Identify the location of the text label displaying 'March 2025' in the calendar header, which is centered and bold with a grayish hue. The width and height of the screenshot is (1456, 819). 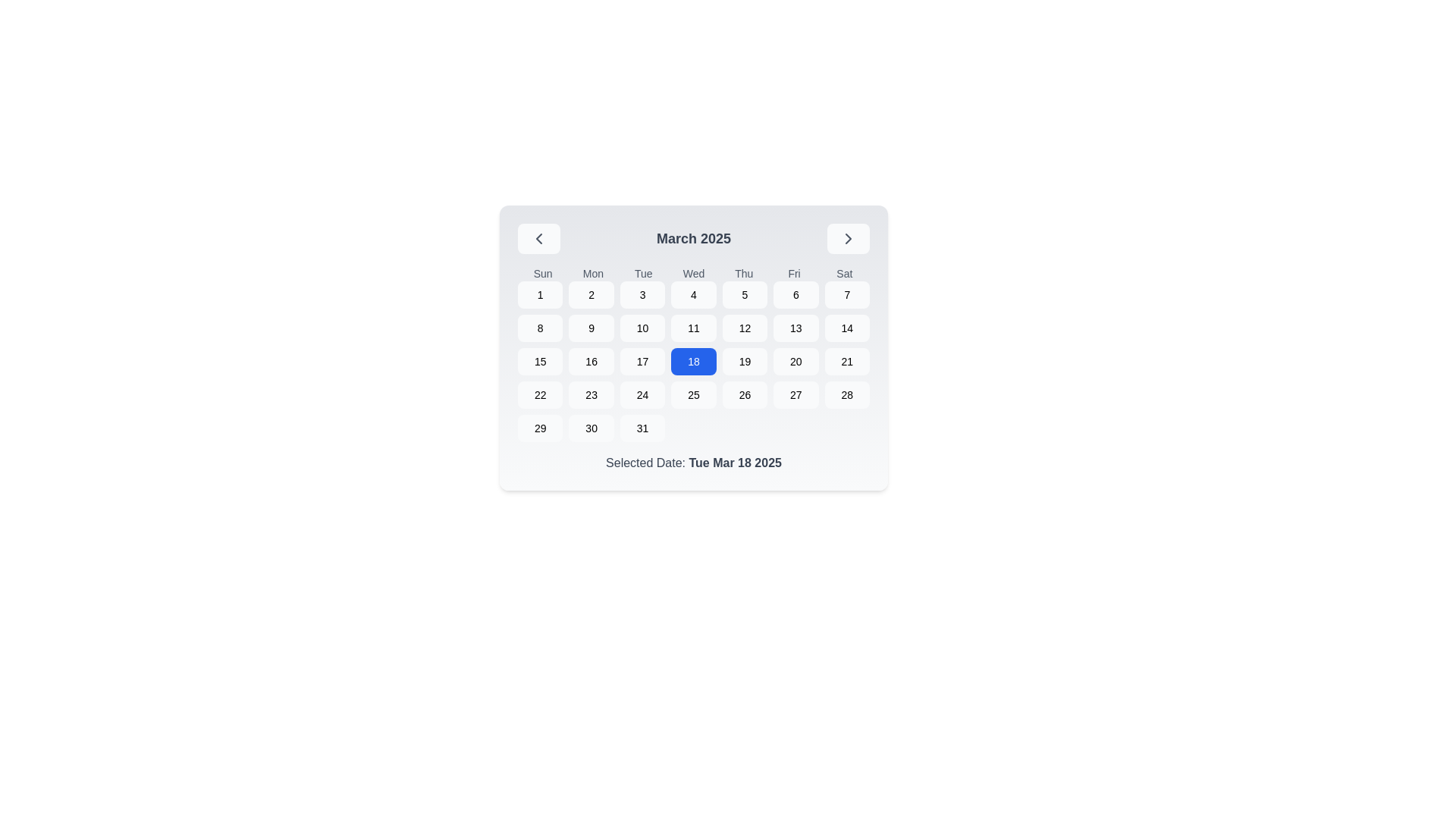
(693, 239).